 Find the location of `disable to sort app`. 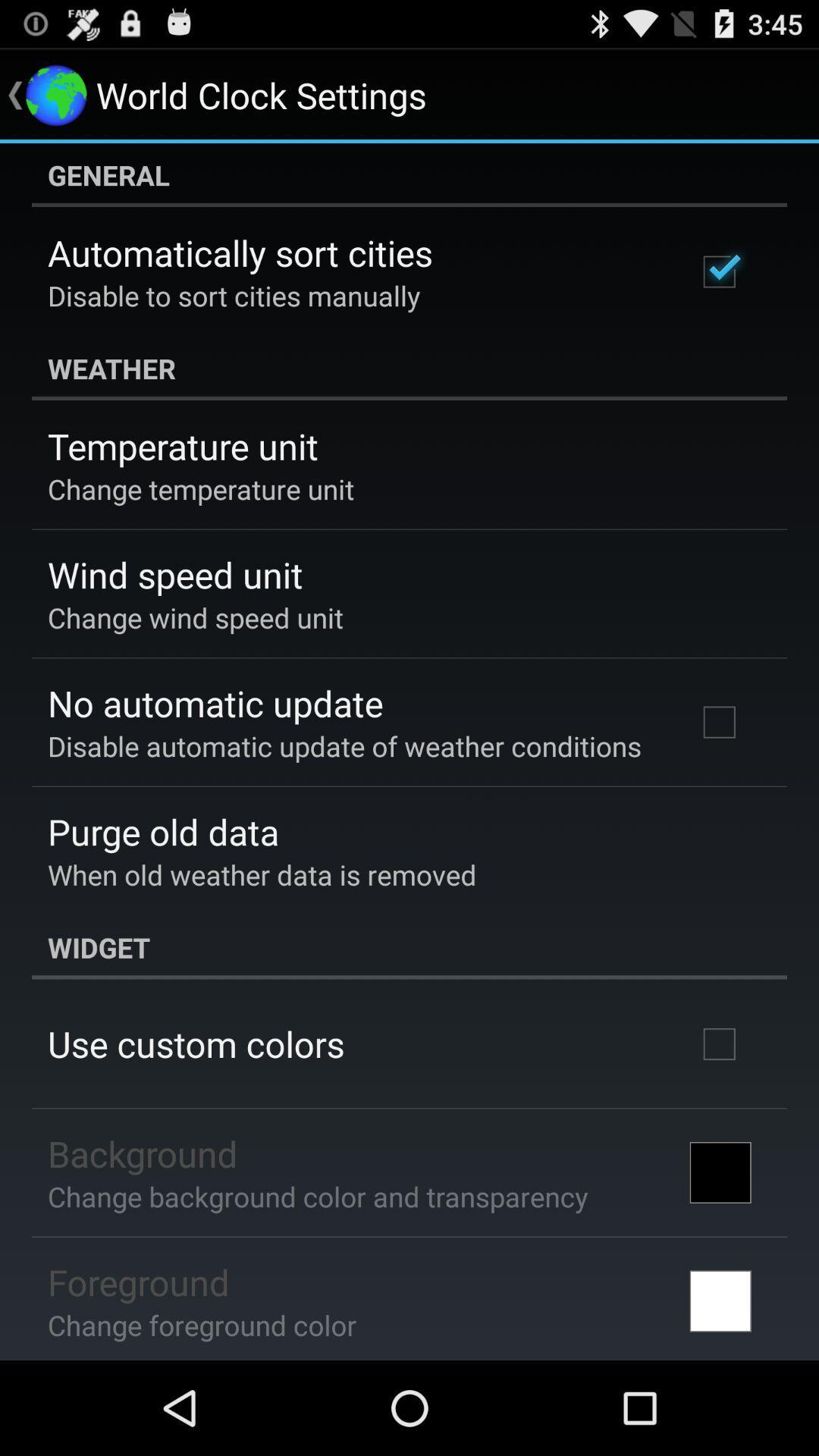

disable to sort app is located at coordinates (234, 295).